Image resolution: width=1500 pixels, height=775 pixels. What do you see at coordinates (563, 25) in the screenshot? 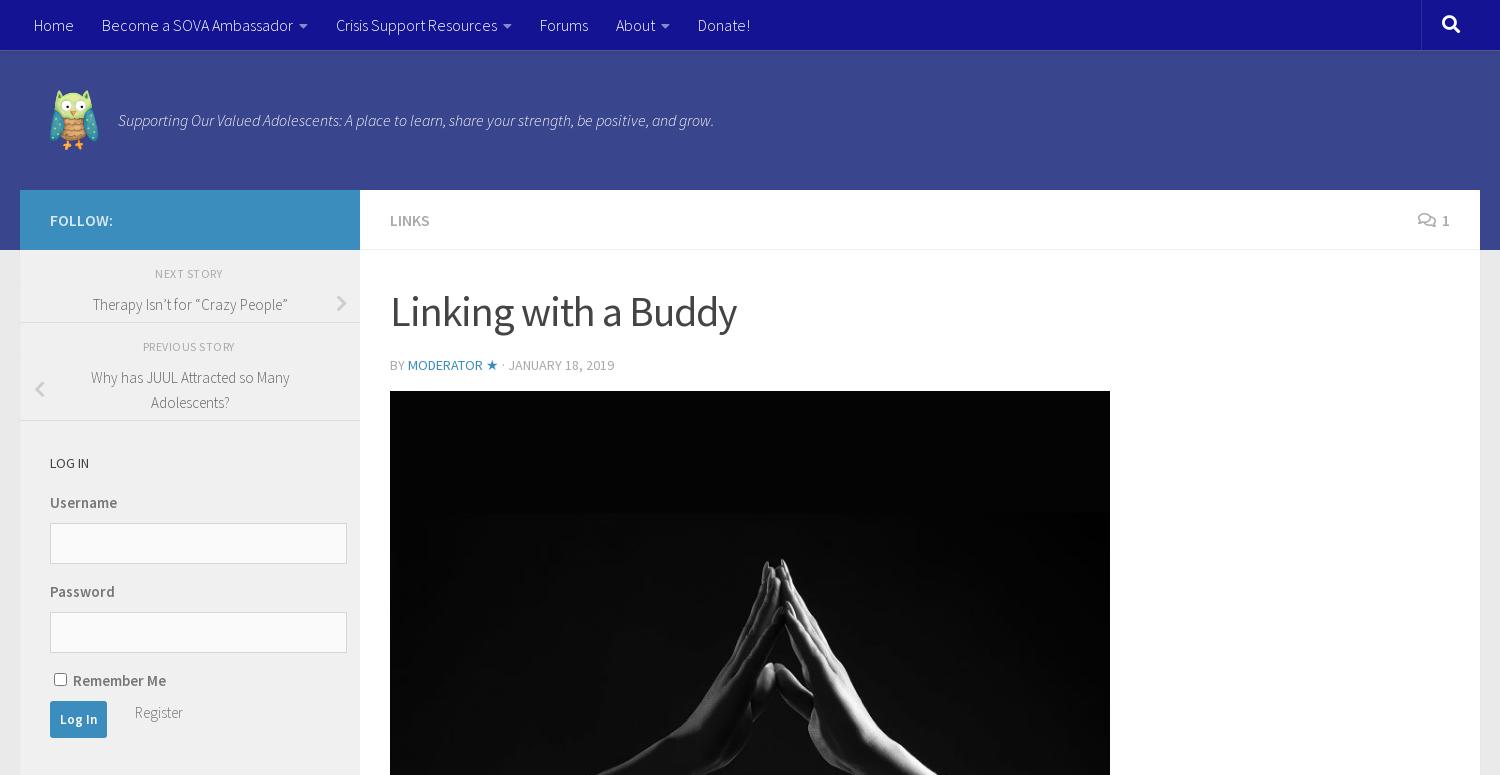
I see `'Forums'` at bounding box center [563, 25].